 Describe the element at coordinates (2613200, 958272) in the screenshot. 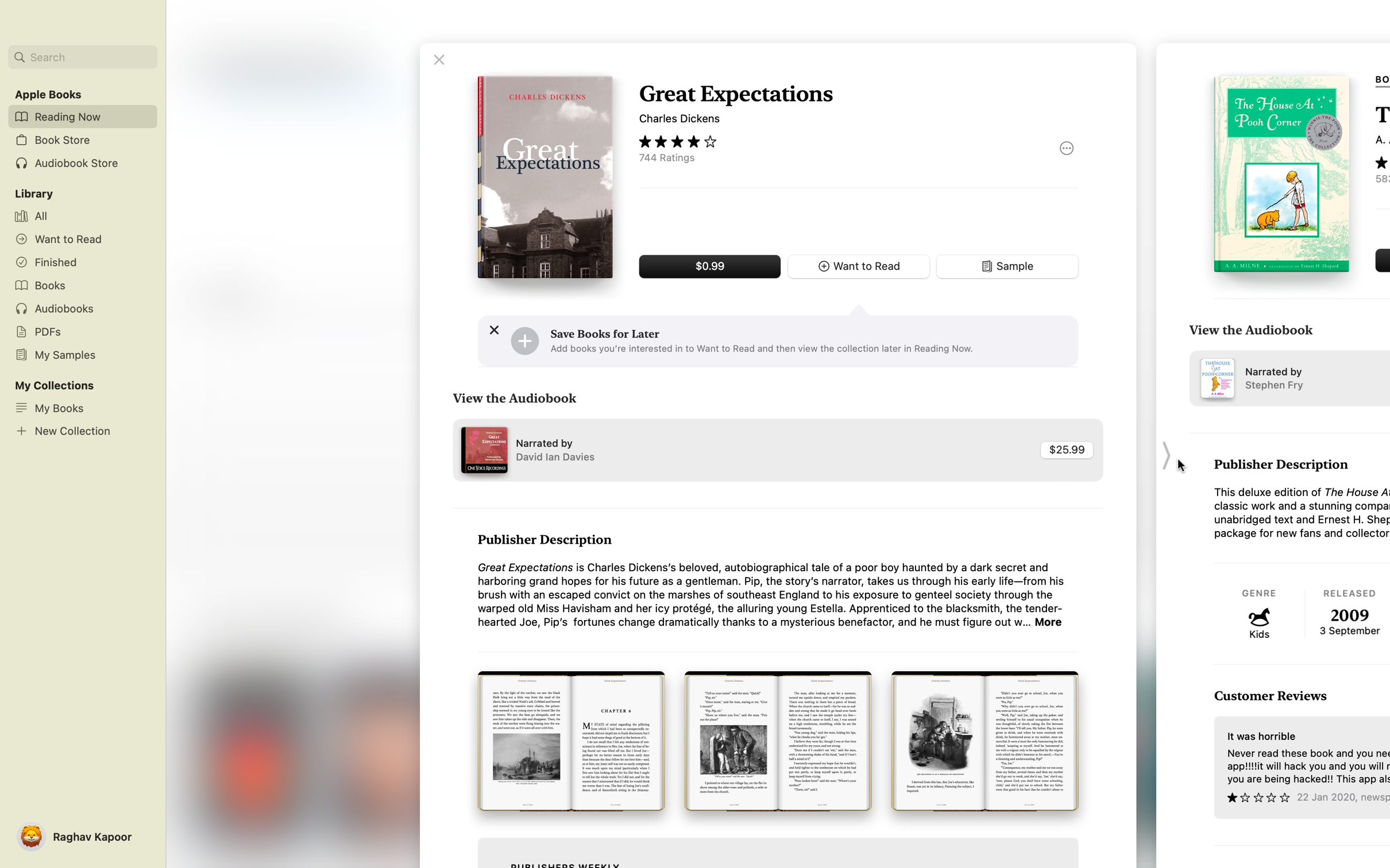

I see `Scroll down to read the author"s bio` at that location.